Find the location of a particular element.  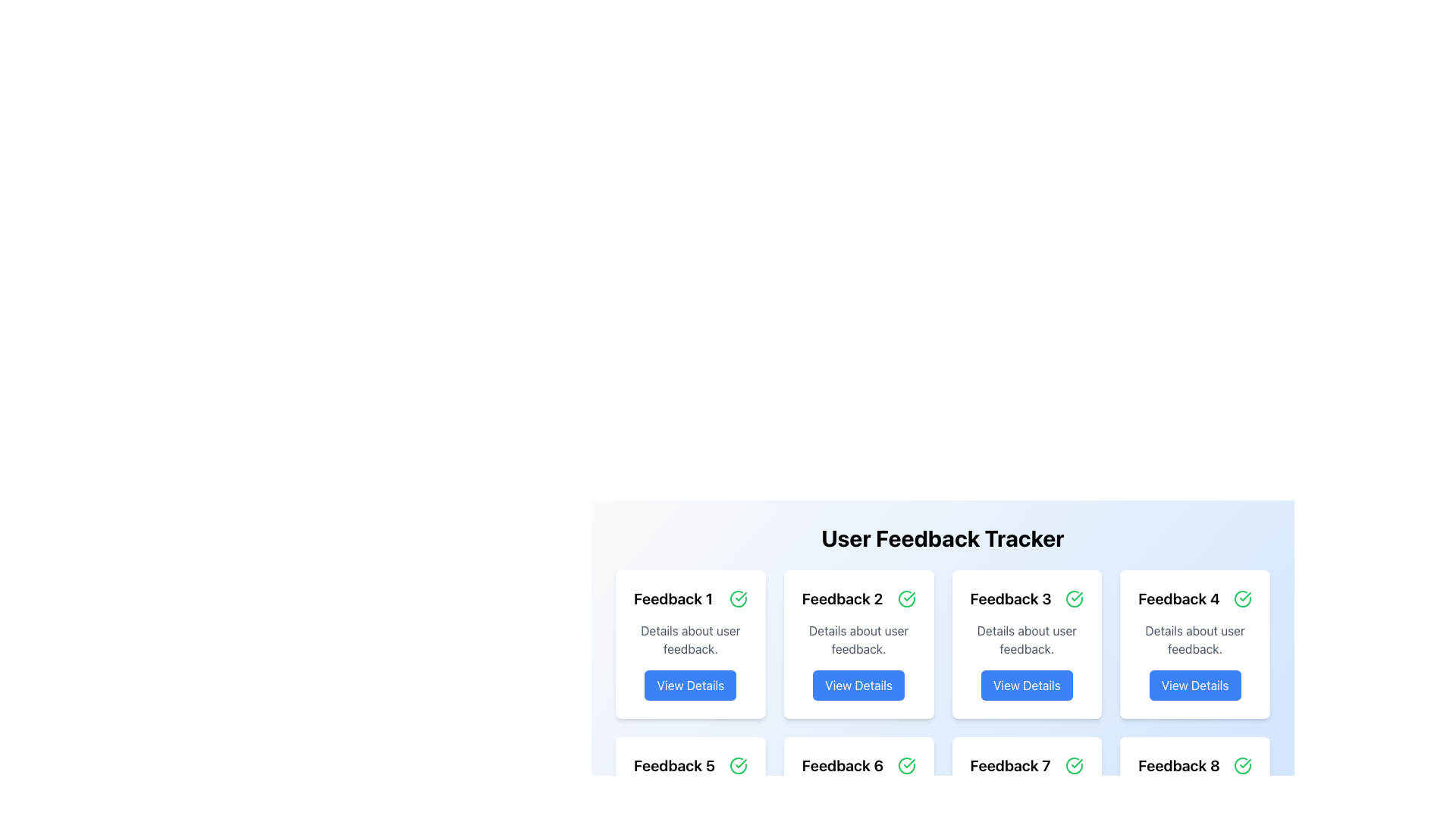

the circular icon with a green border and a check mark inside, which represents a positive or completed action, located adjacent to the text label 'Feedback 7' is located at coordinates (1074, 766).